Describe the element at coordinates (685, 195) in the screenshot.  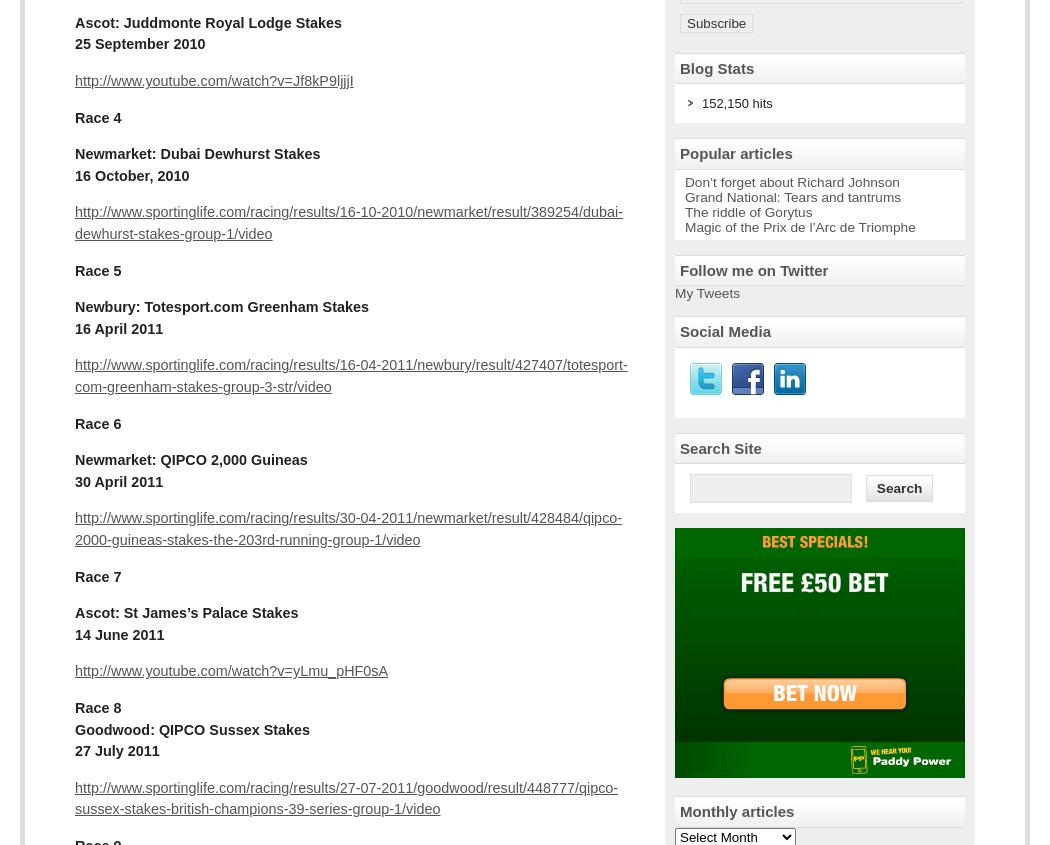
I see `'Grand National: Tears and tantrums'` at that location.